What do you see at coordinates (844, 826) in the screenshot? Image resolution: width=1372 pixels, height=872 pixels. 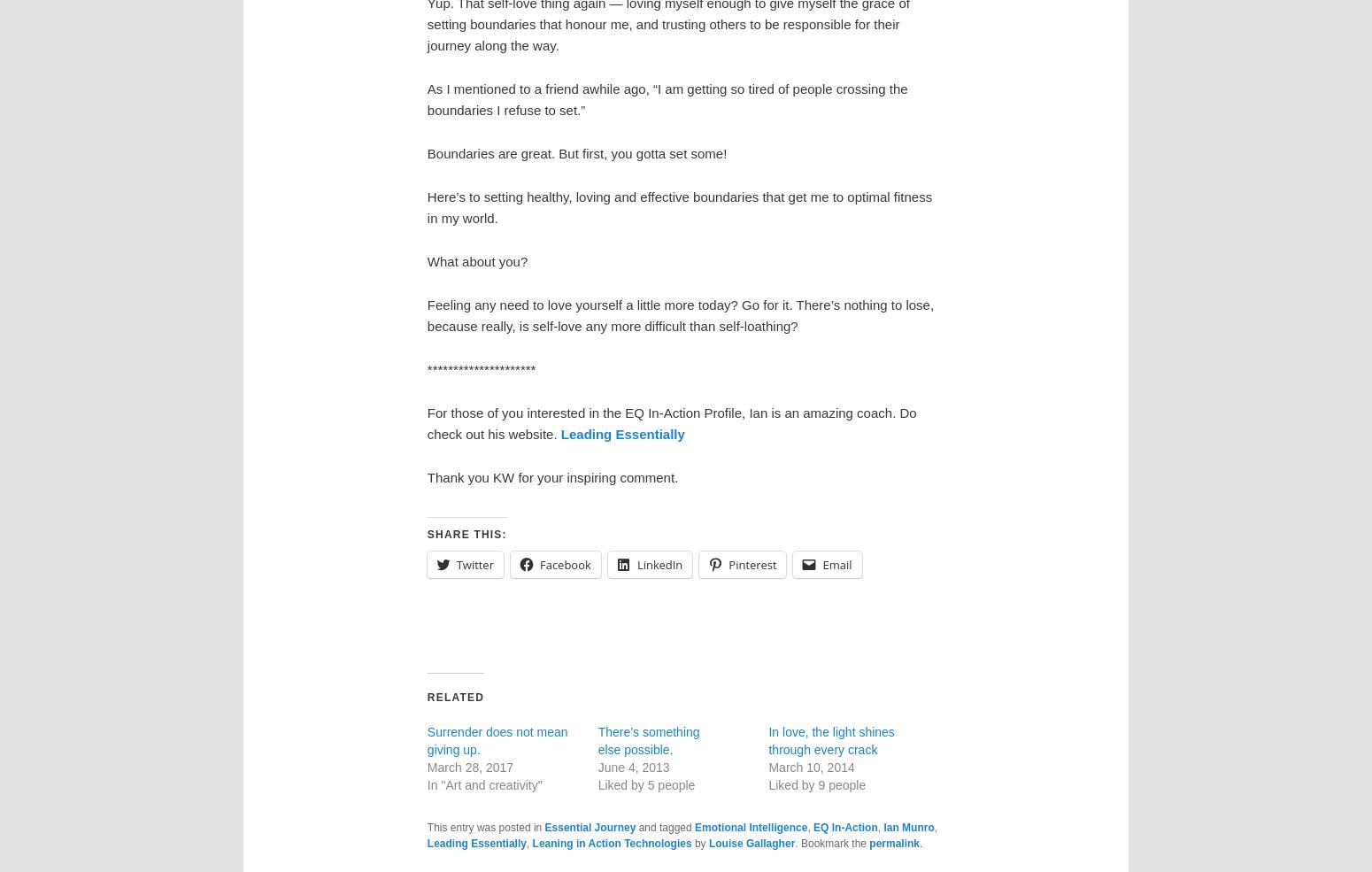 I see `'EQ In-Action'` at bounding box center [844, 826].